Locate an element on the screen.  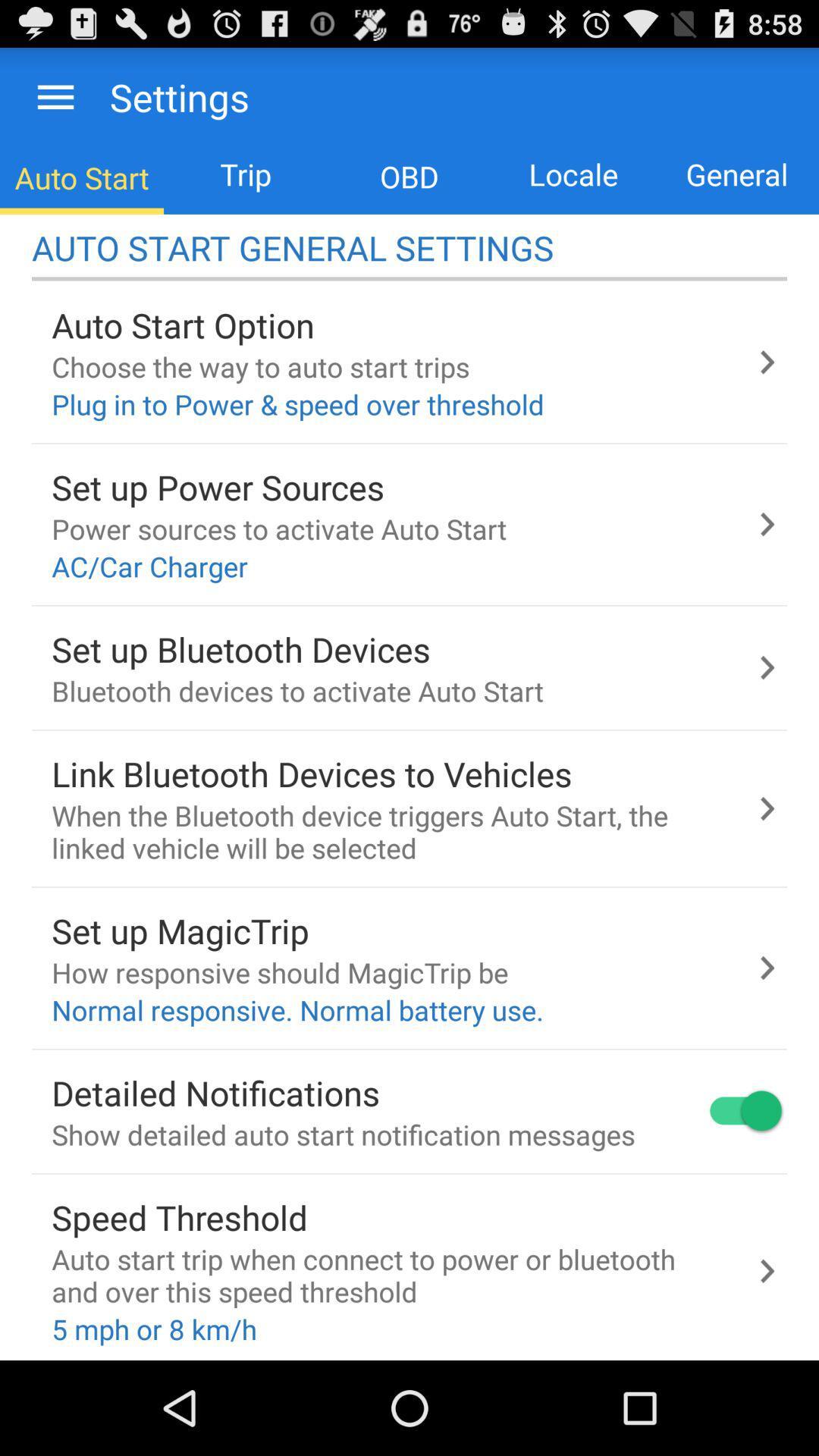
general is located at coordinates (736, 174).